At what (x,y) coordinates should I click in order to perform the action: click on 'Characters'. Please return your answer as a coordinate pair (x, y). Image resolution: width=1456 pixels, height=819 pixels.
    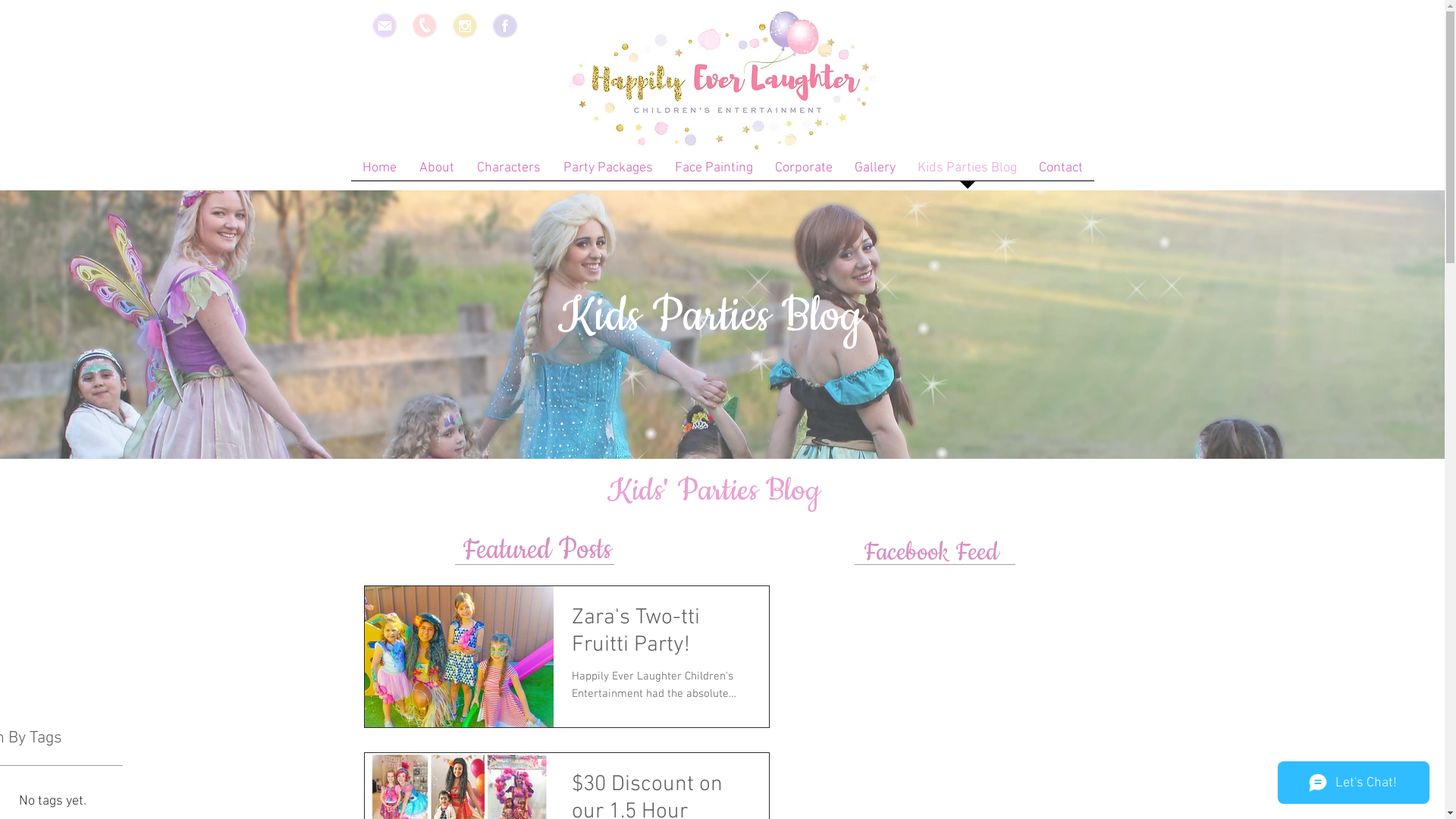
    Looking at the image, I should click on (509, 171).